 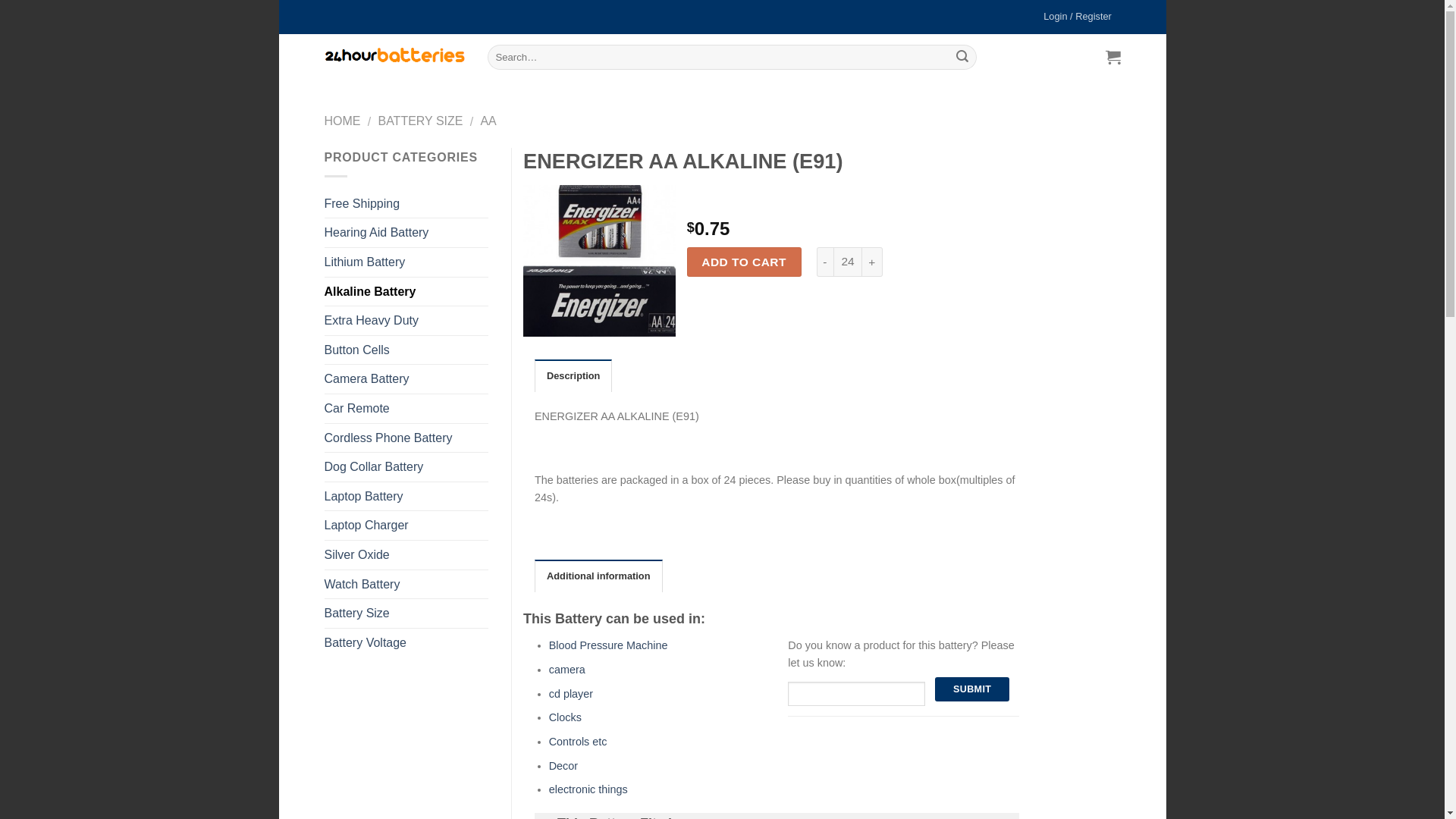 What do you see at coordinates (570, 693) in the screenshot?
I see `'cd player'` at bounding box center [570, 693].